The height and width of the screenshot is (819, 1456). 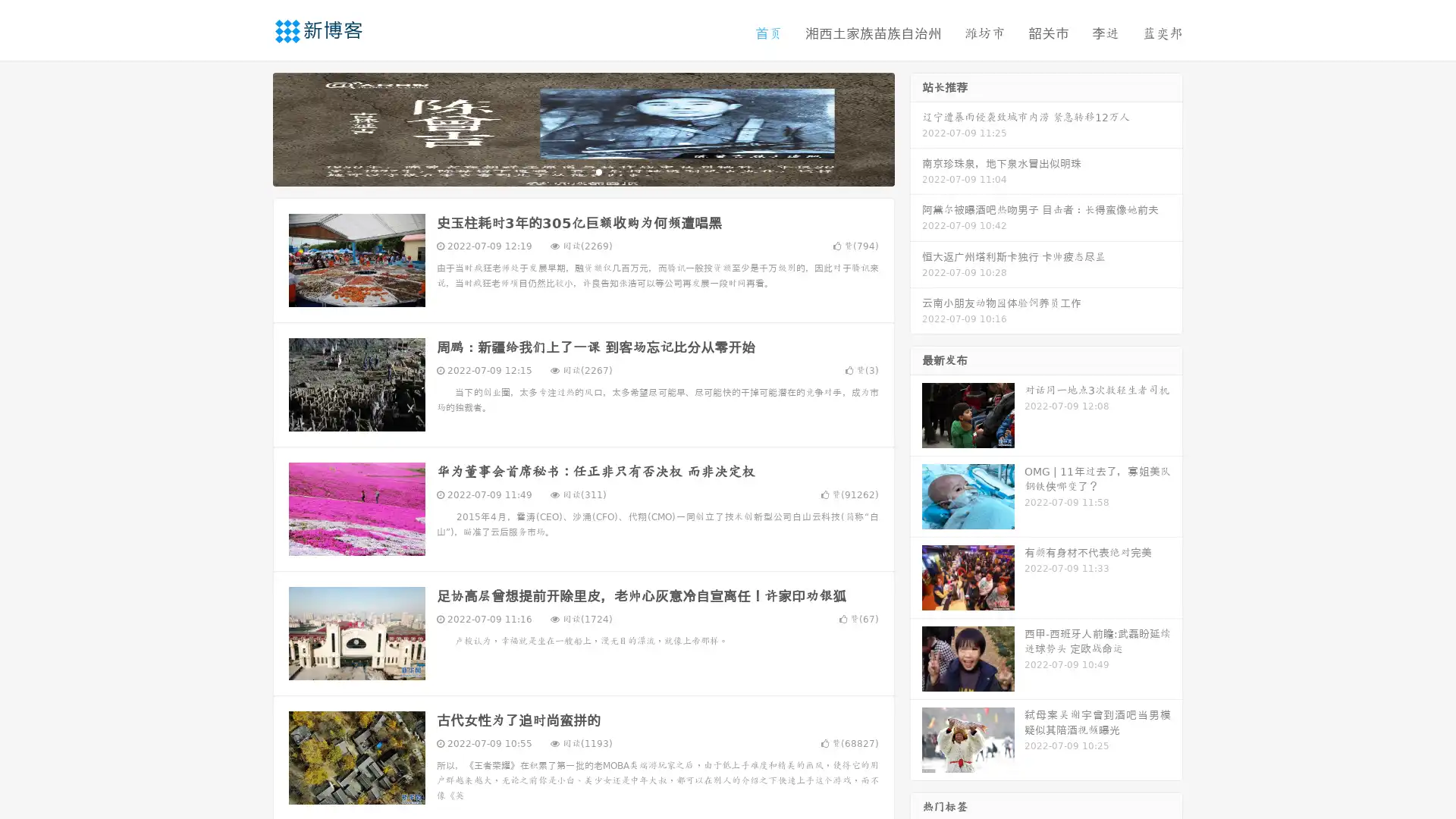 I want to click on Next slide, so click(x=916, y=127).